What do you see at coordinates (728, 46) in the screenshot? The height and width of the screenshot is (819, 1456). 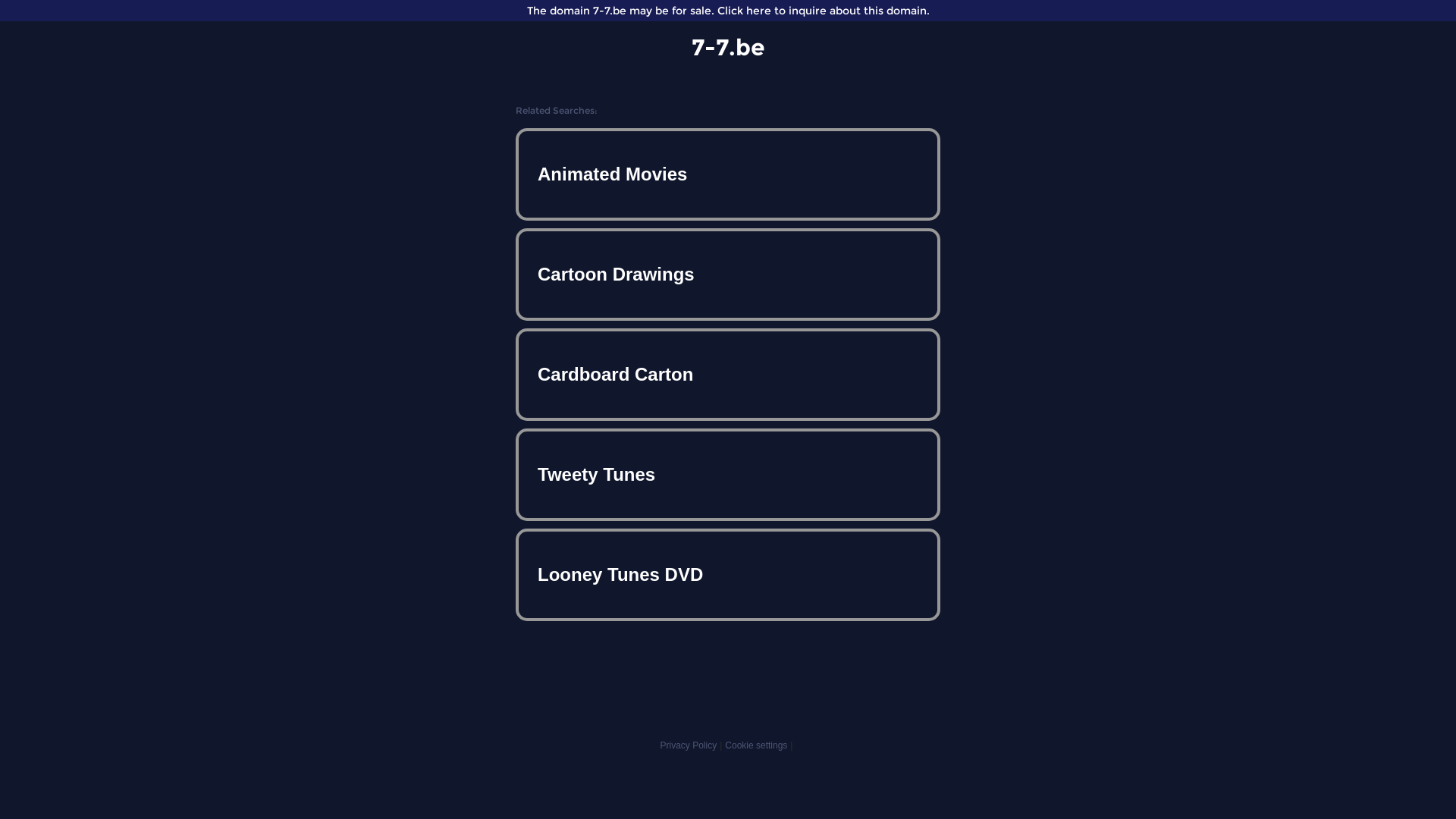 I see `'7-7.be'` at bounding box center [728, 46].